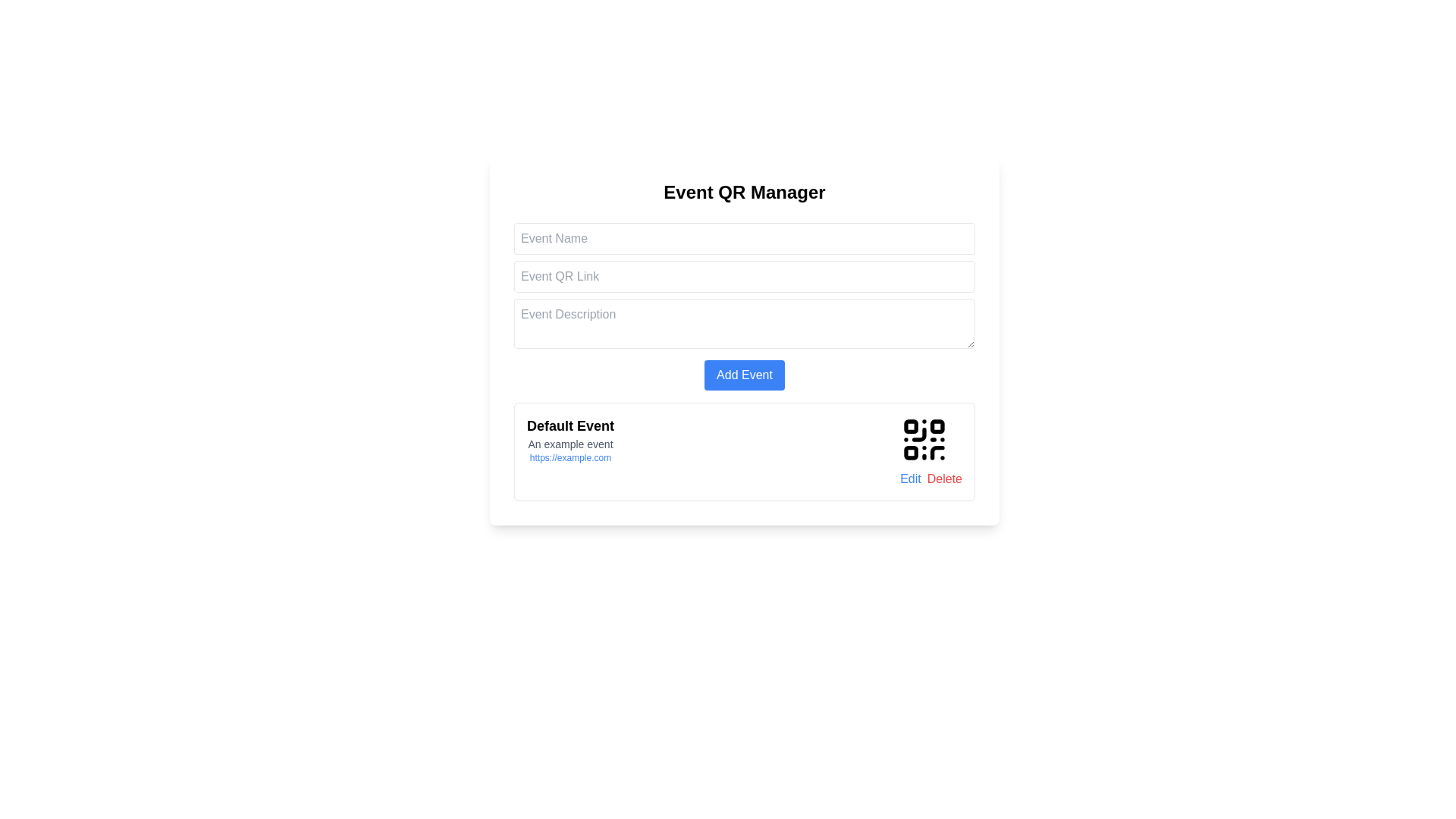 This screenshot has width=1456, height=819. I want to click on the 'Edit' hyperlink styled in blue, positioned to the left of the 'Delete' button at the bottom right of the 'Default Event' card, so click(910, 479).